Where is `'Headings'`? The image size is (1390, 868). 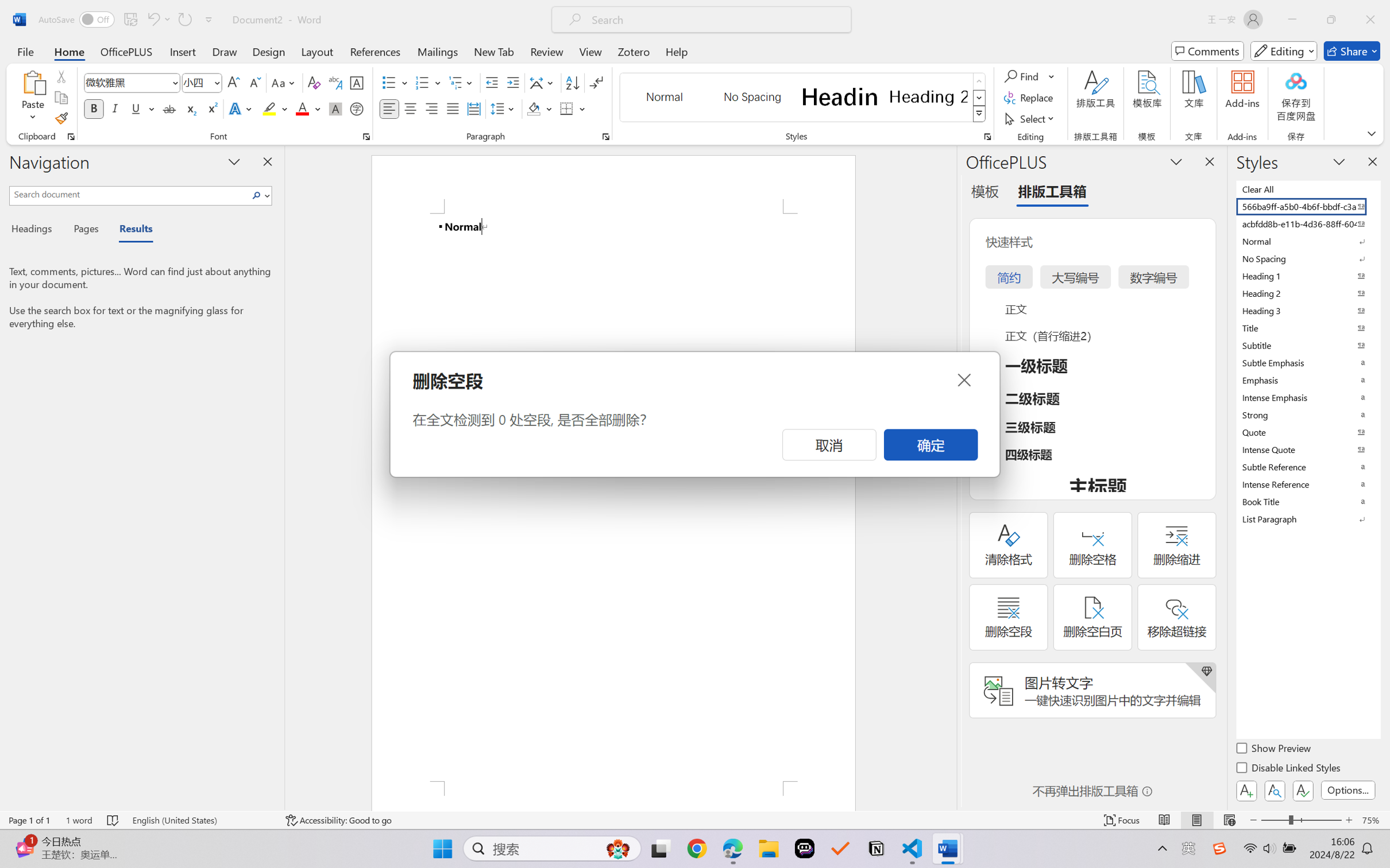 'Headings' is located at coordinates (35, 230).